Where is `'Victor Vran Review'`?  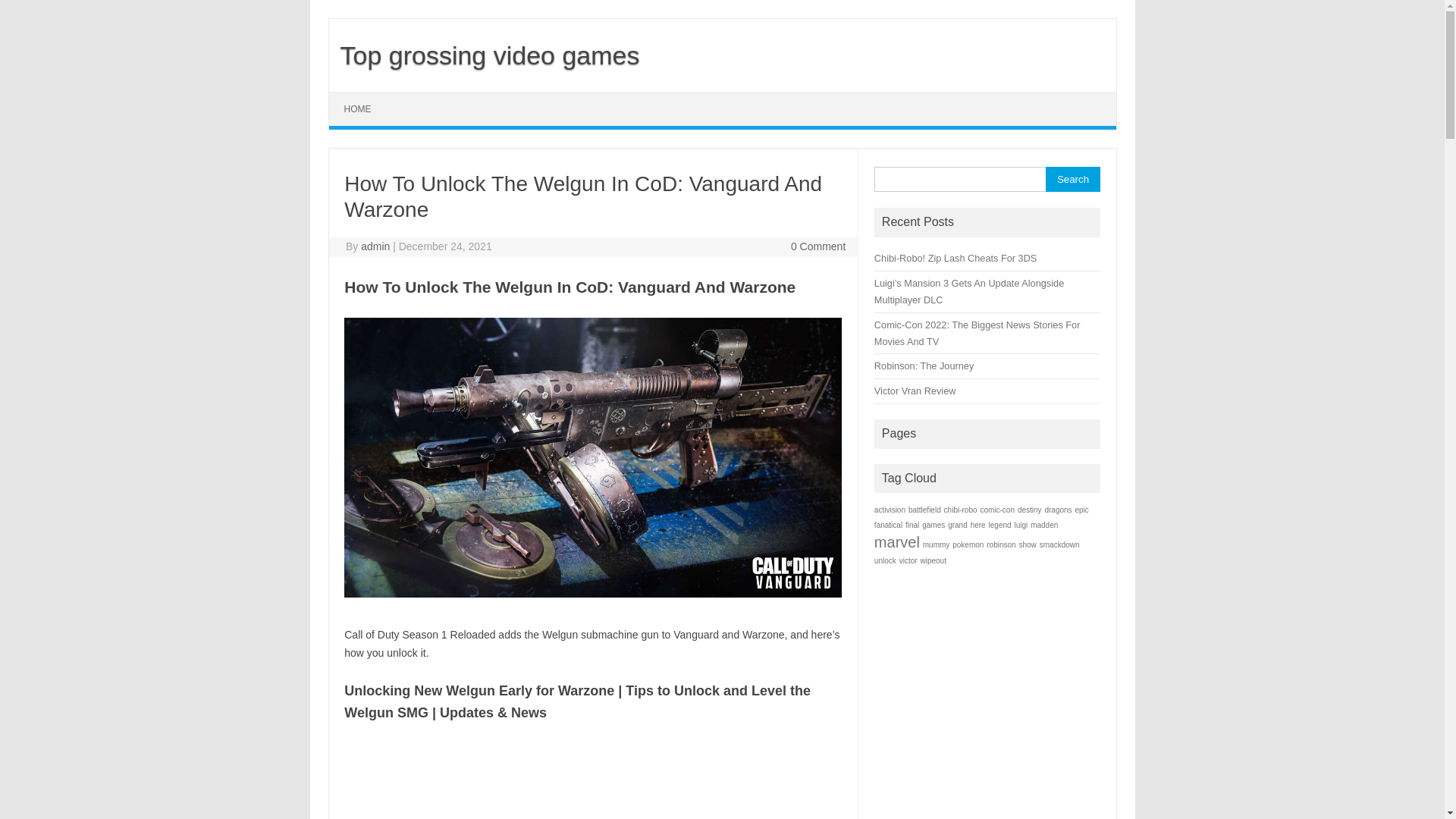 'Victor Vran Review' is located at coordinates (914, 390).